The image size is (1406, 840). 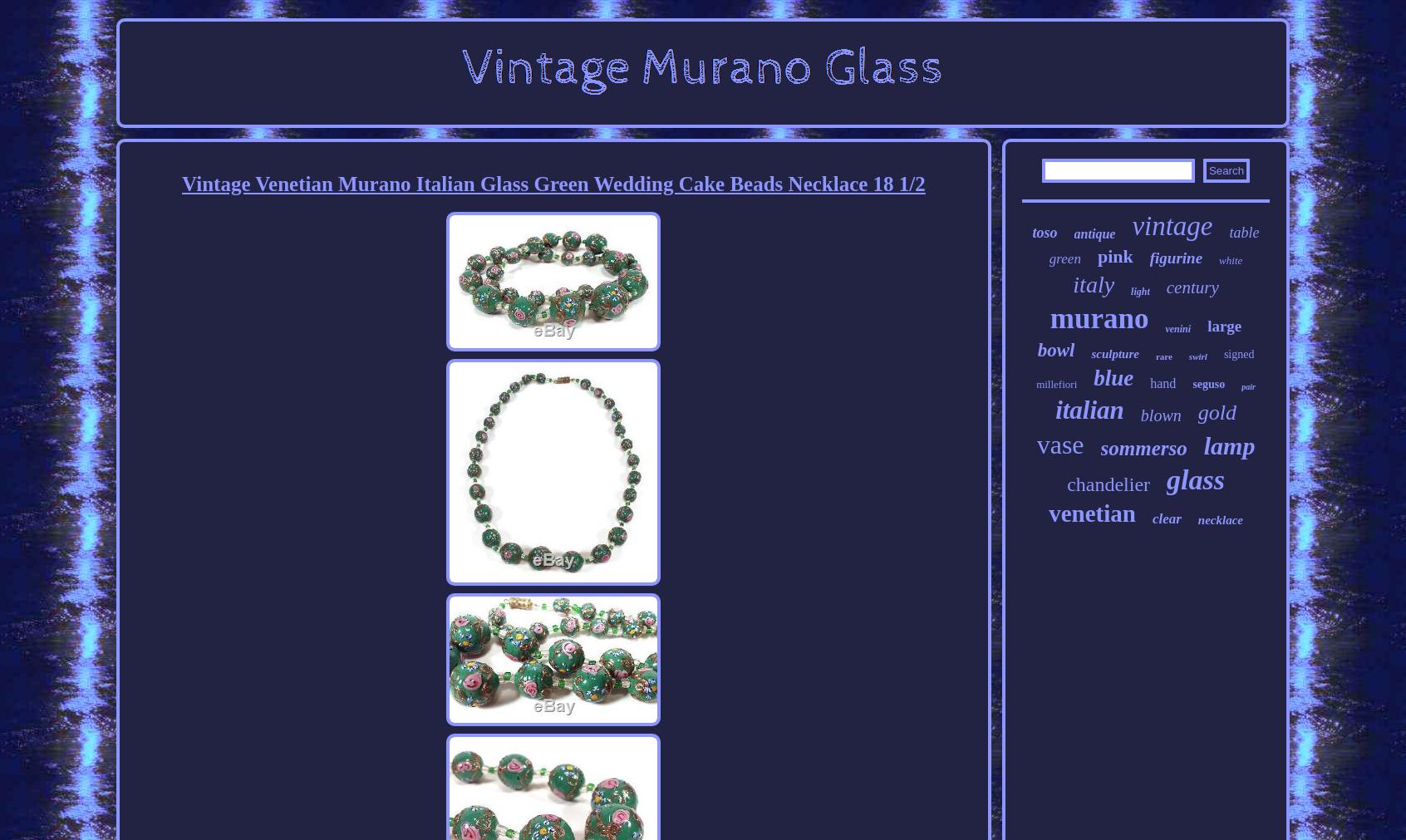 What do you see at coordinates (1150, 382) in the screenshot?
I see `'hand'` at bounding box center [1150, 382].